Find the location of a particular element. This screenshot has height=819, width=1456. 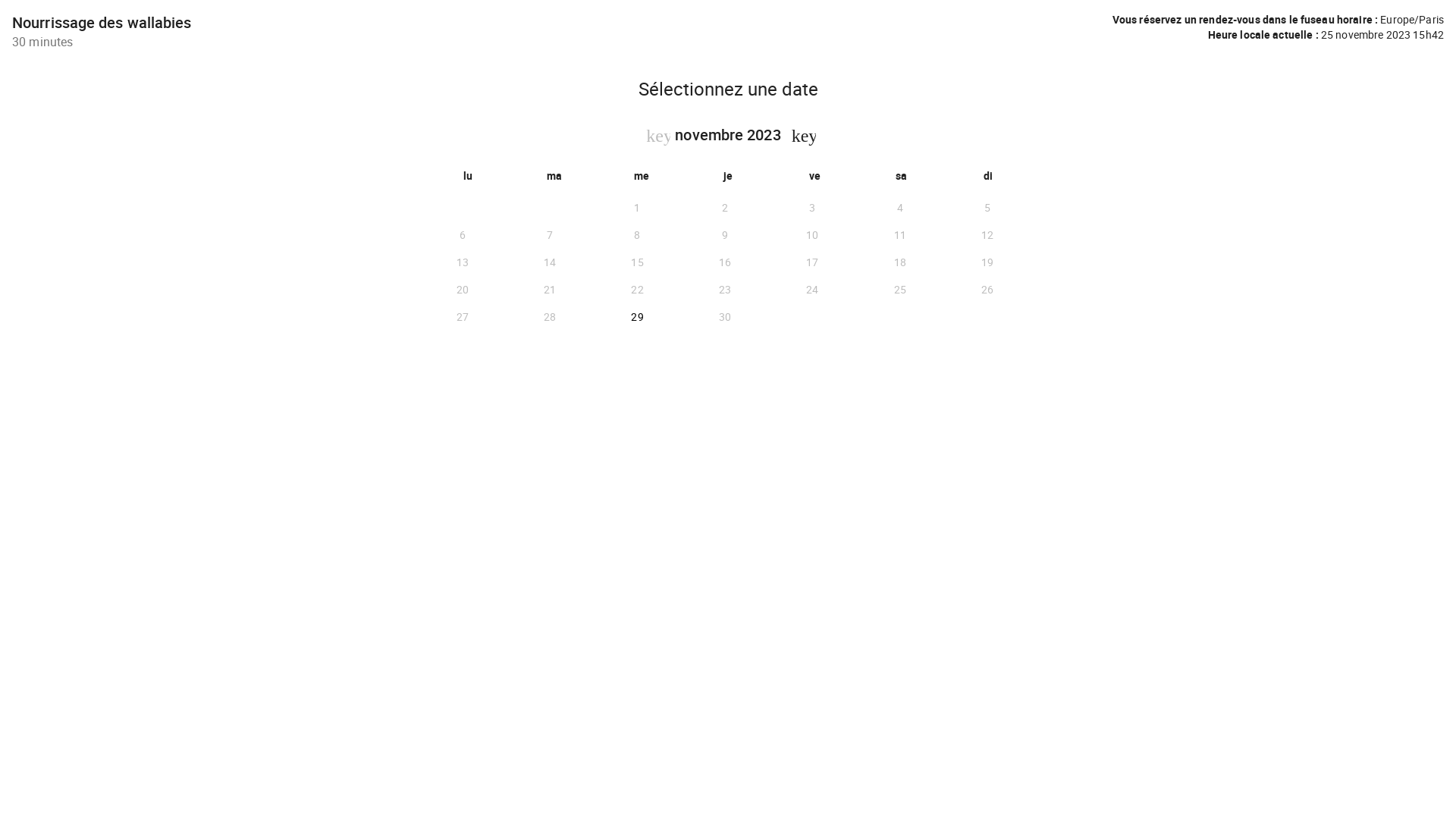

'7' is located at coordinates (548, 234).